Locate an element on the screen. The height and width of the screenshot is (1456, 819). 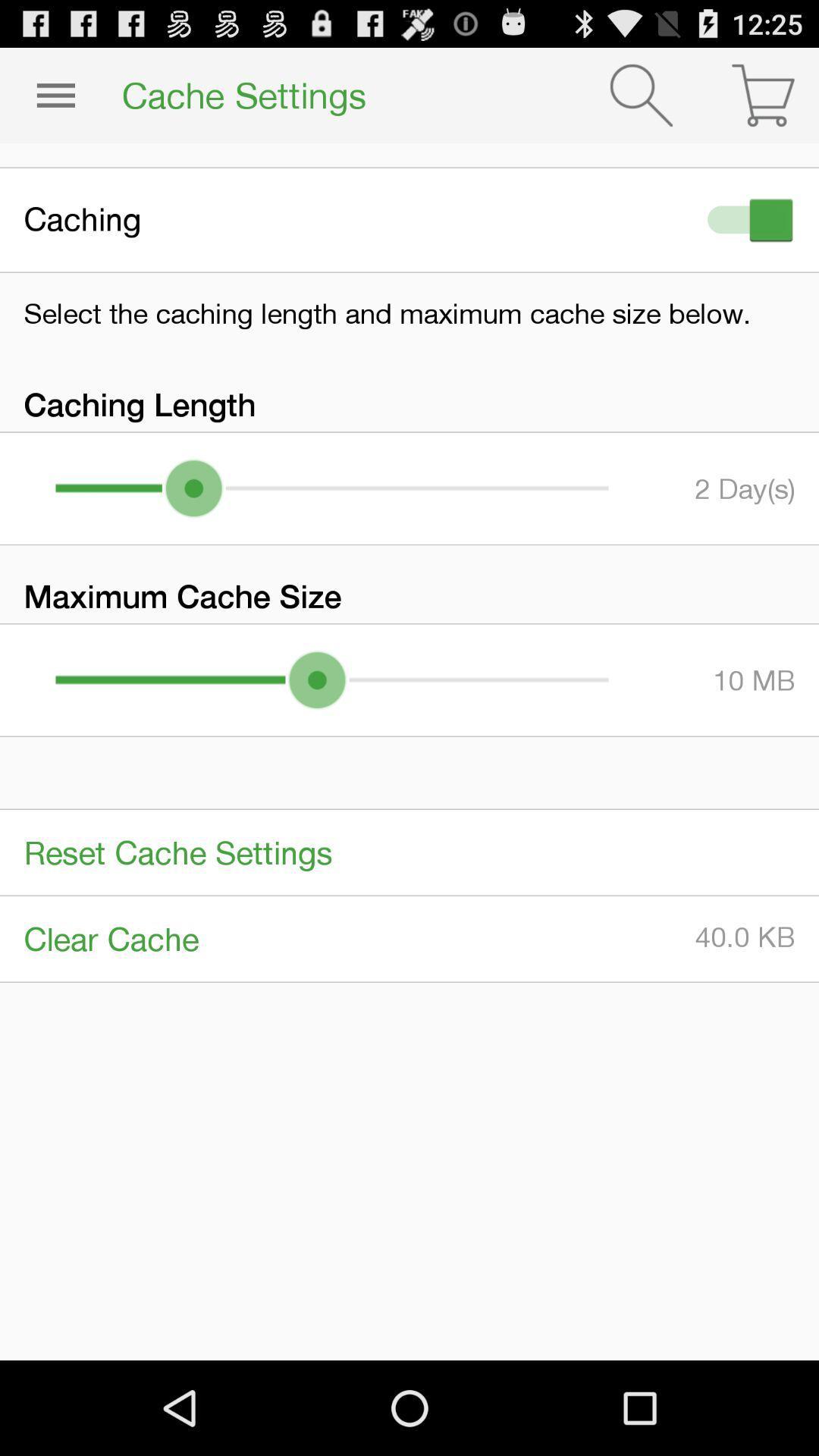
the item to the left of the cache settings item is located at coordinates (55, 94).